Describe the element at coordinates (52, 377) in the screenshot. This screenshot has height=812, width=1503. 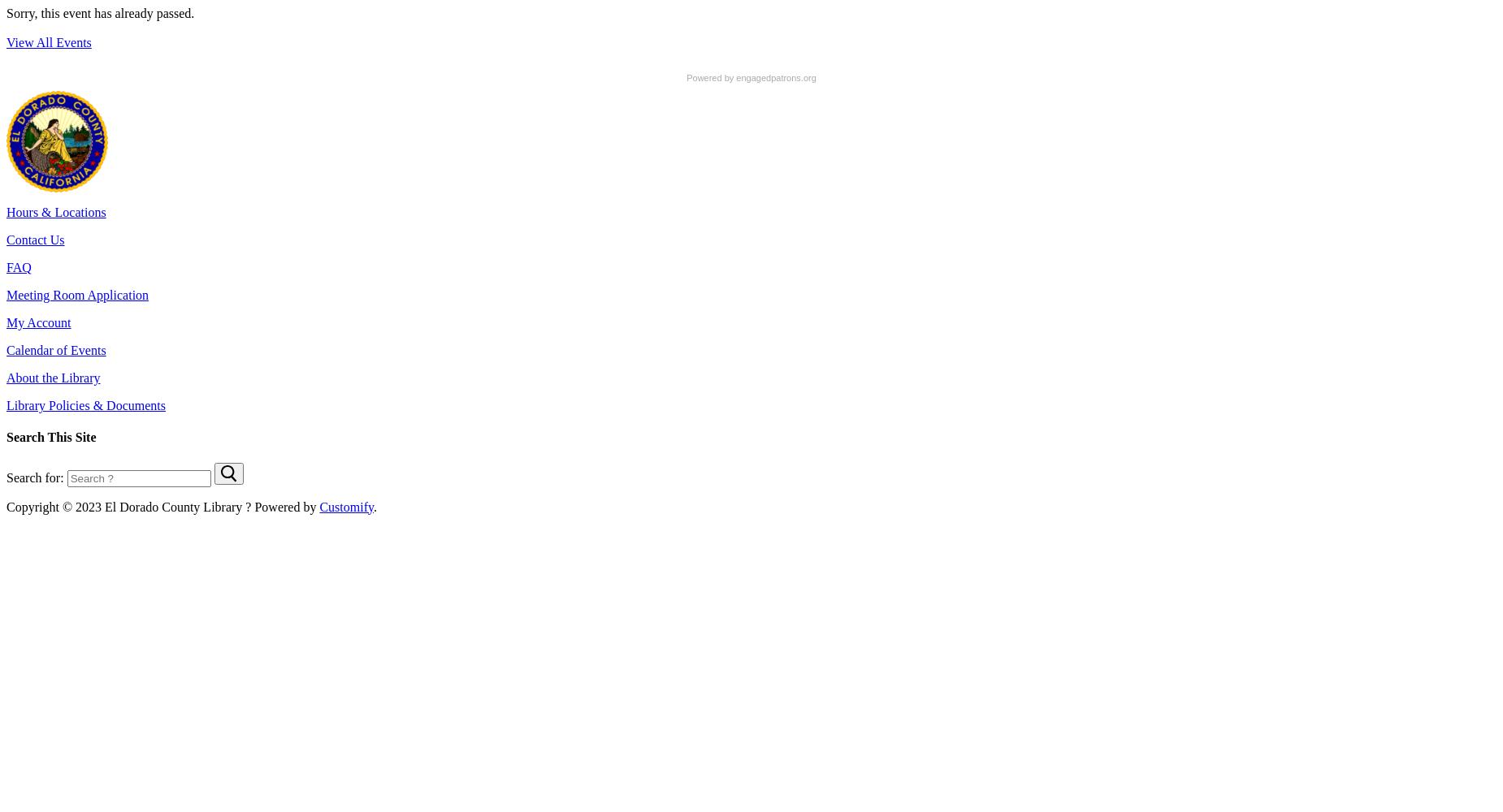
I see `'About the Library'` at that location.